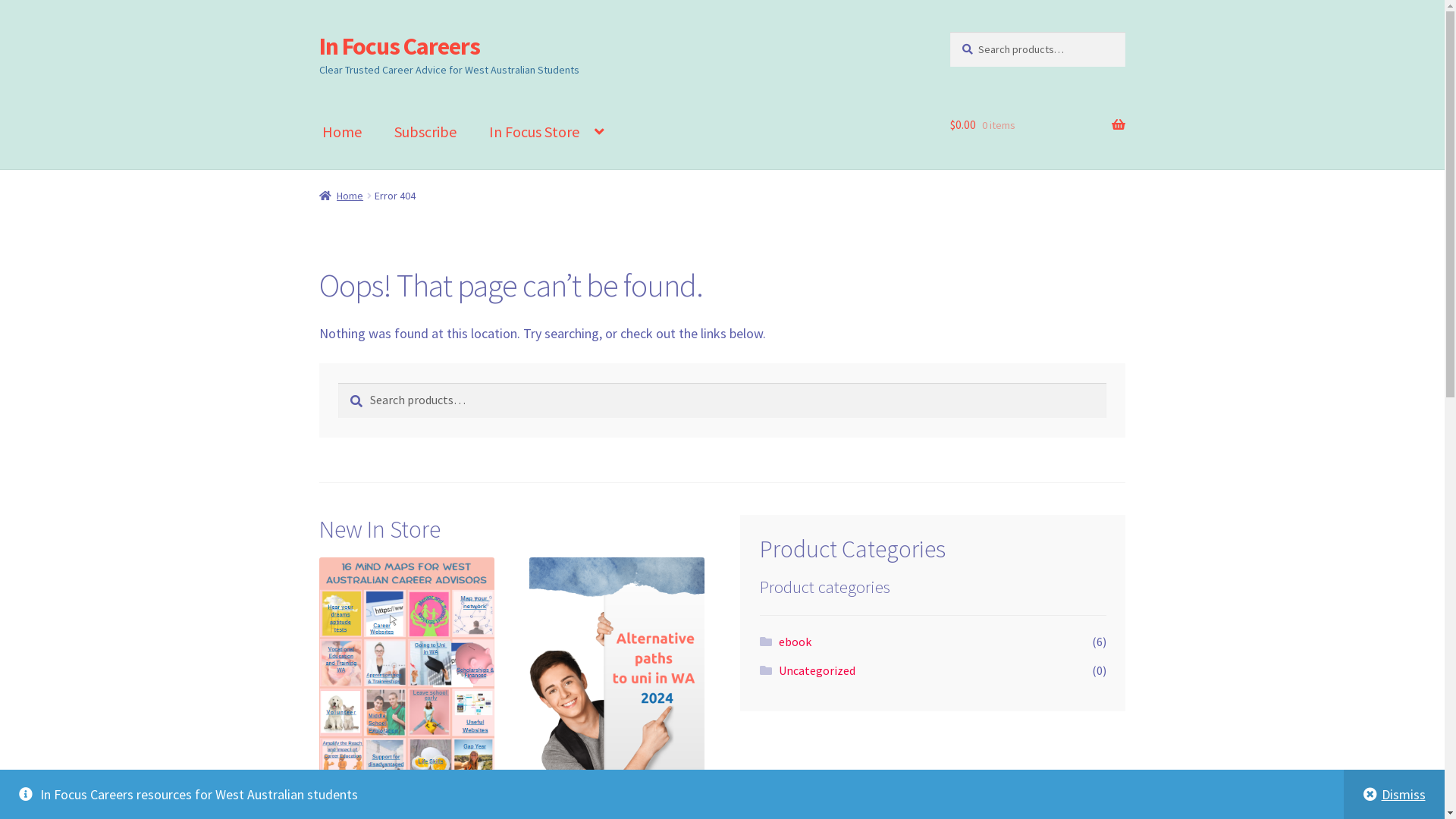  Describe the element at coordinates (472, 131) in the screenshot. I see `'In Focus Store'` at that location.